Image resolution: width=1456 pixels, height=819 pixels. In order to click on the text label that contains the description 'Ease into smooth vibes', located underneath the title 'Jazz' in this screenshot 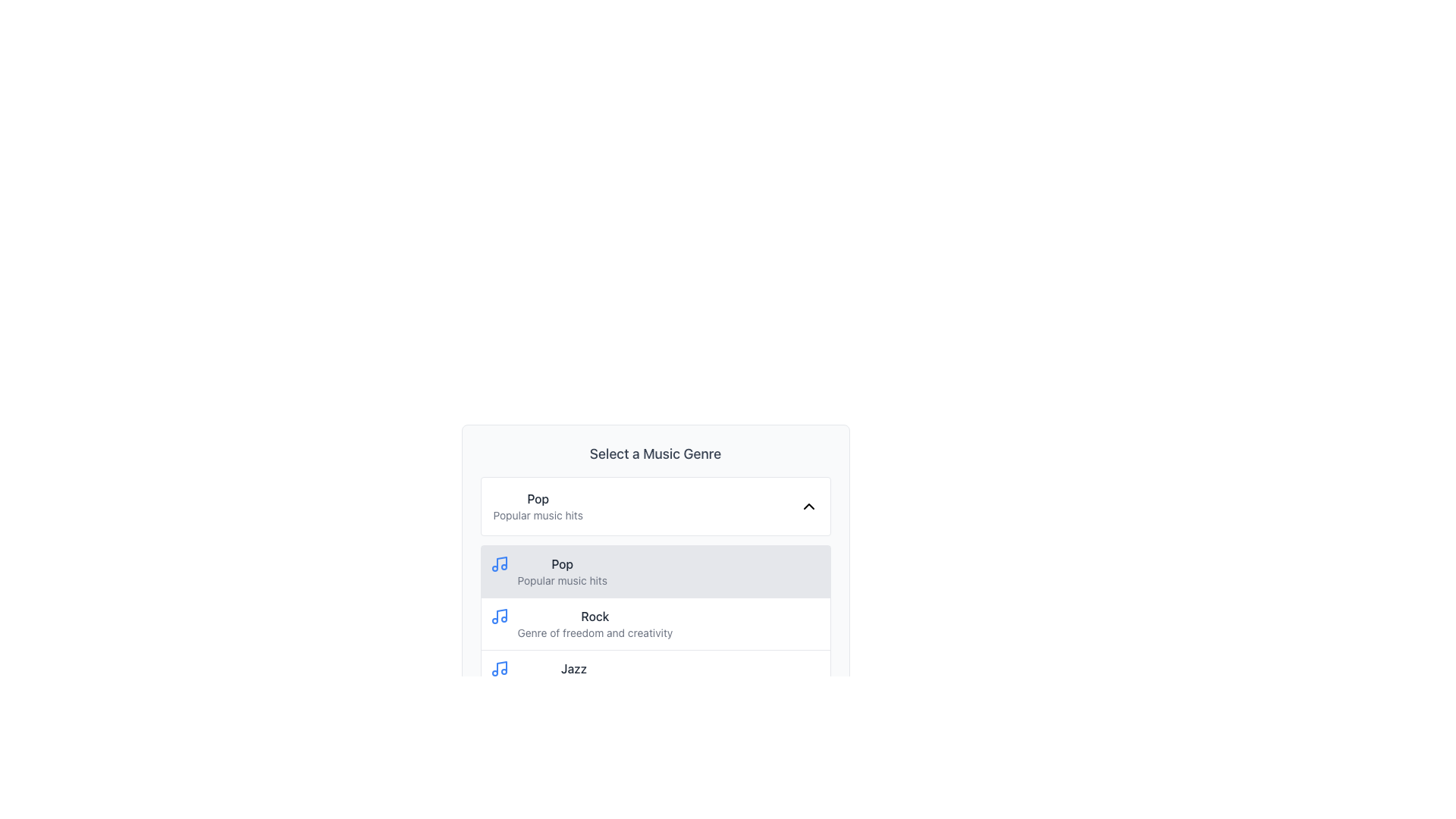, I will do `click(573, 685)`.